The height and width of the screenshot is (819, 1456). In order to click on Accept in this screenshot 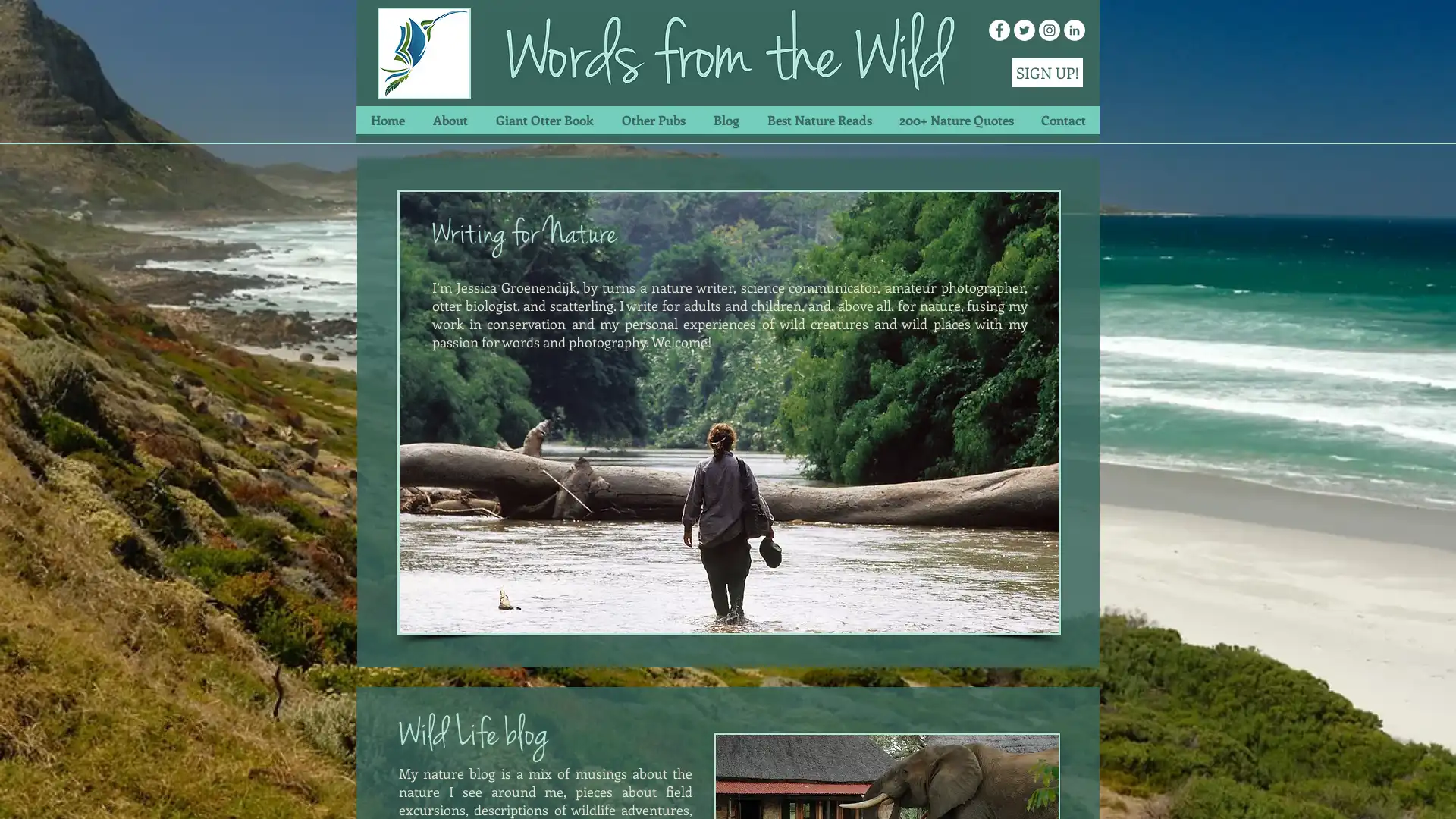, I will do `click(1388, 792)`.